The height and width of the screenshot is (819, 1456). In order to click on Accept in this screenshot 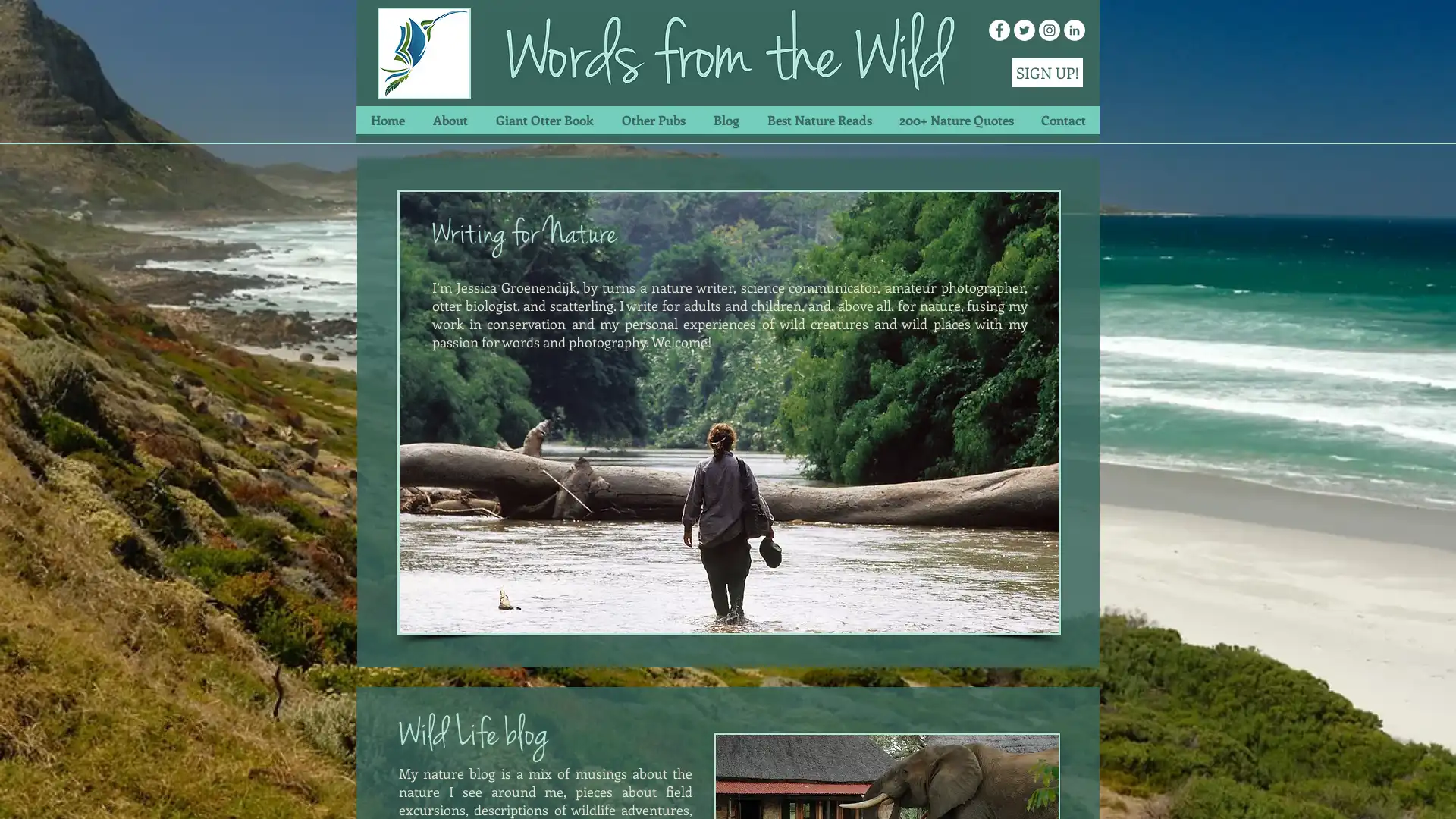, I will do `click(1388, 792)`.